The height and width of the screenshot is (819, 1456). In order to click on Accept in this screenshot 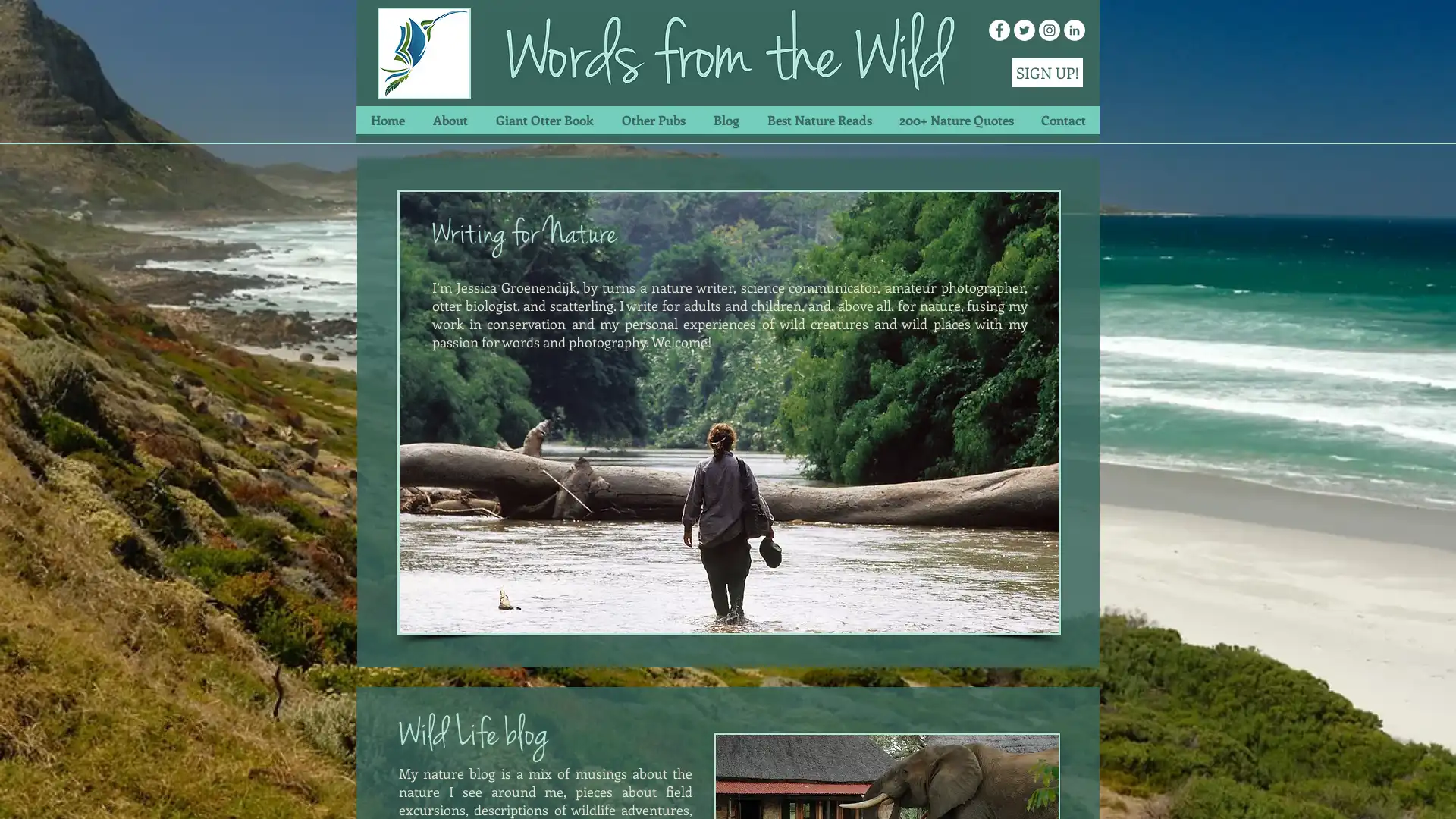, I will do `click(1388, 792)`.